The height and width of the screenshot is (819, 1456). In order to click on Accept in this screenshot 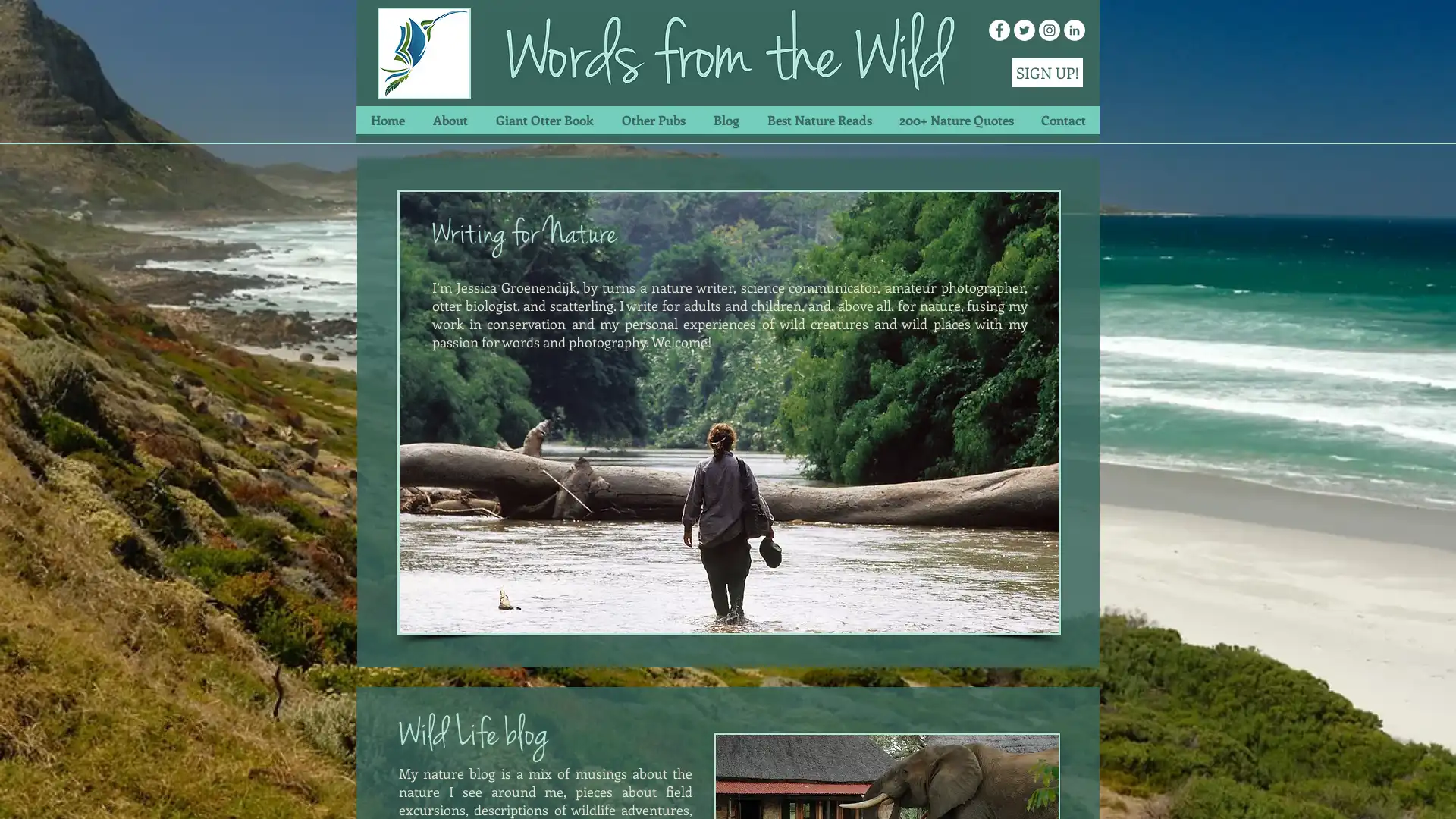, I will do `click(1388, 792)`.